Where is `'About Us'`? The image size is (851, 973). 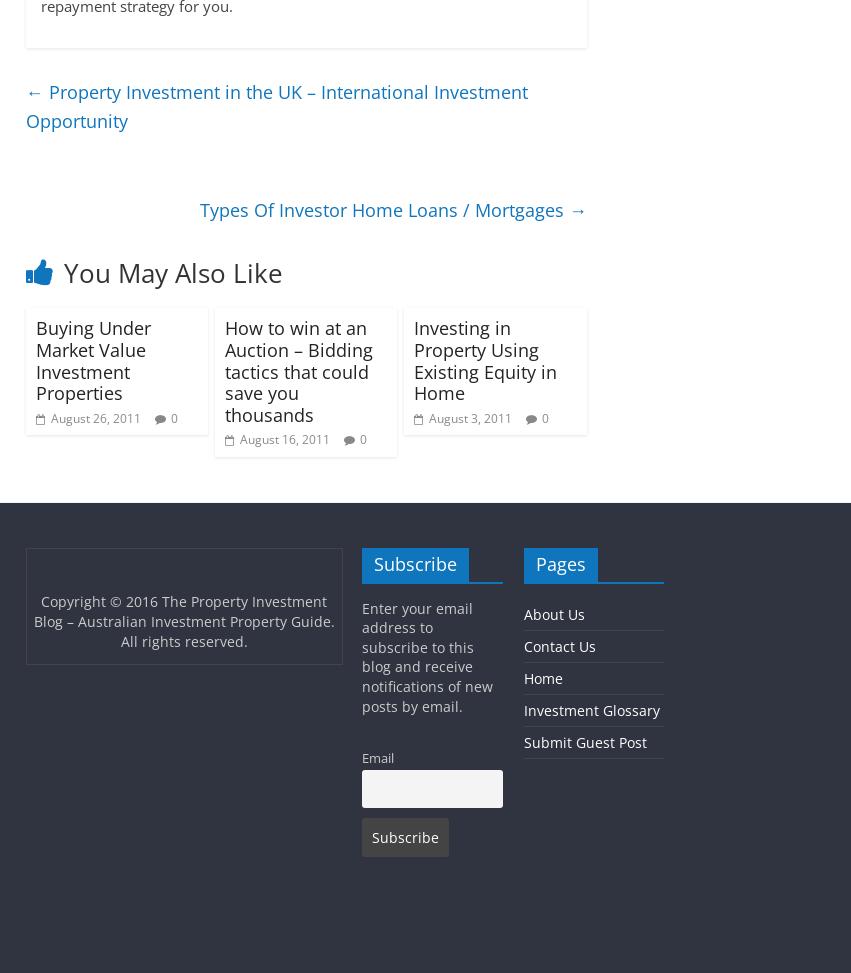 'About Us' is located at coordinates (552, 613).